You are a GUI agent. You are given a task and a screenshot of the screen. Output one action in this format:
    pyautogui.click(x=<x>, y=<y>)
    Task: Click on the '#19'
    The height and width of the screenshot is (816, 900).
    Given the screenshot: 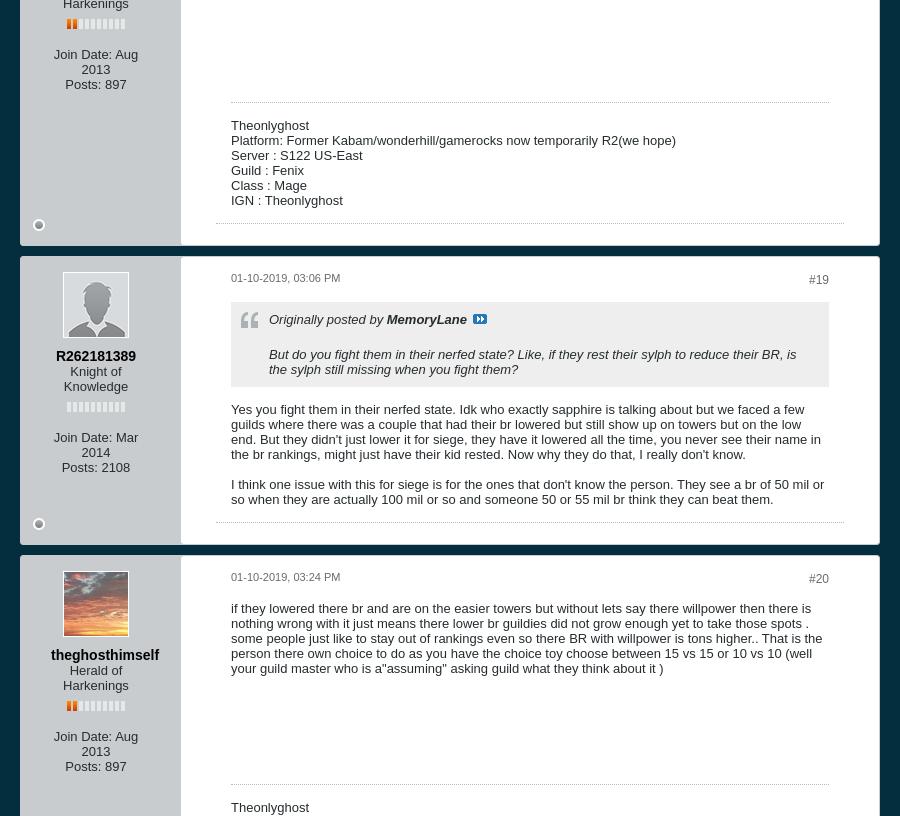 What is the action you would take?
    pyautogui.click(x=808, y=277)
    